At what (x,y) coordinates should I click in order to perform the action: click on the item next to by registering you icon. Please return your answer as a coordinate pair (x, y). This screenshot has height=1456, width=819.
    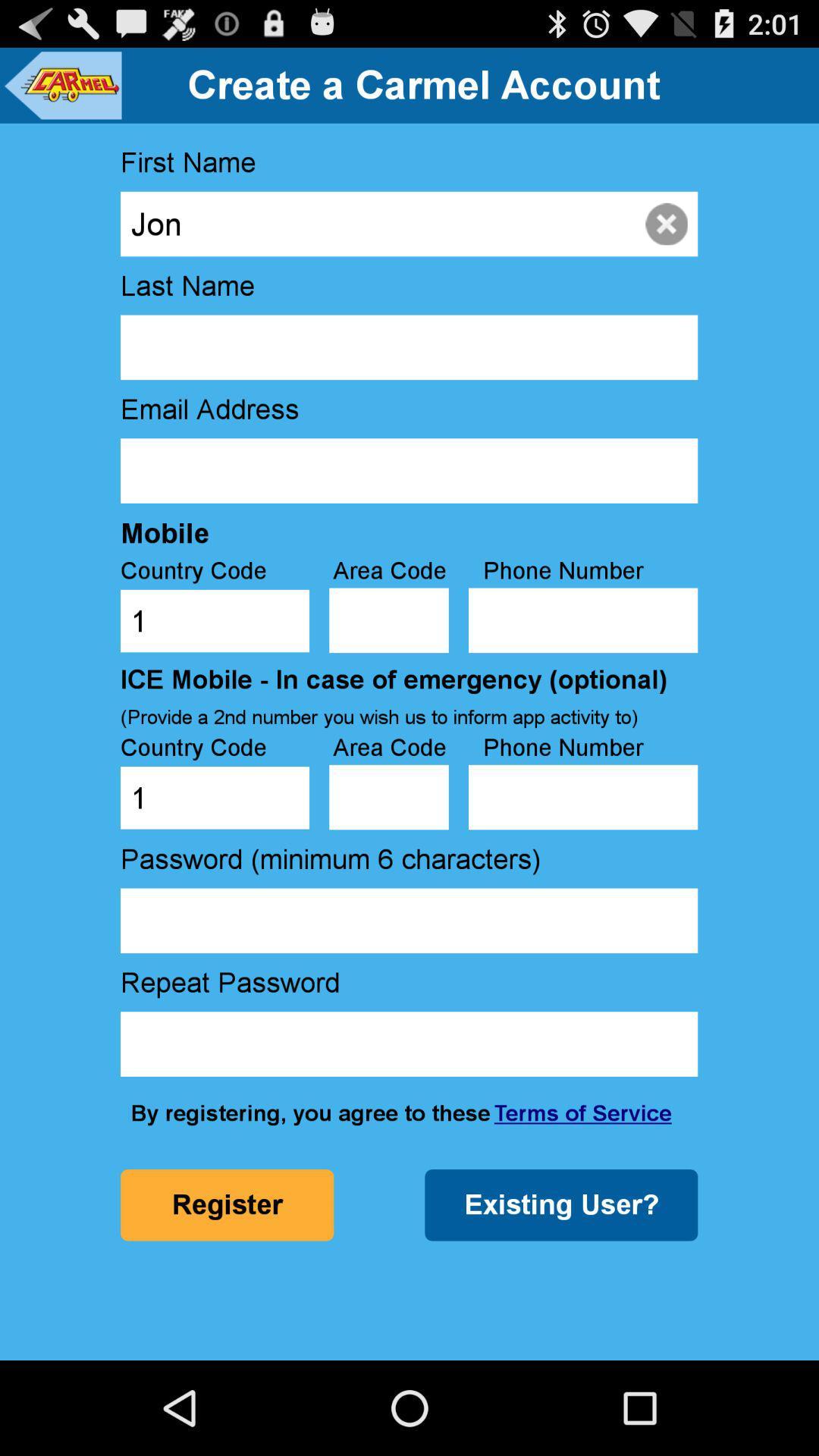
    Looking at the image, I should click on (582, 1113).